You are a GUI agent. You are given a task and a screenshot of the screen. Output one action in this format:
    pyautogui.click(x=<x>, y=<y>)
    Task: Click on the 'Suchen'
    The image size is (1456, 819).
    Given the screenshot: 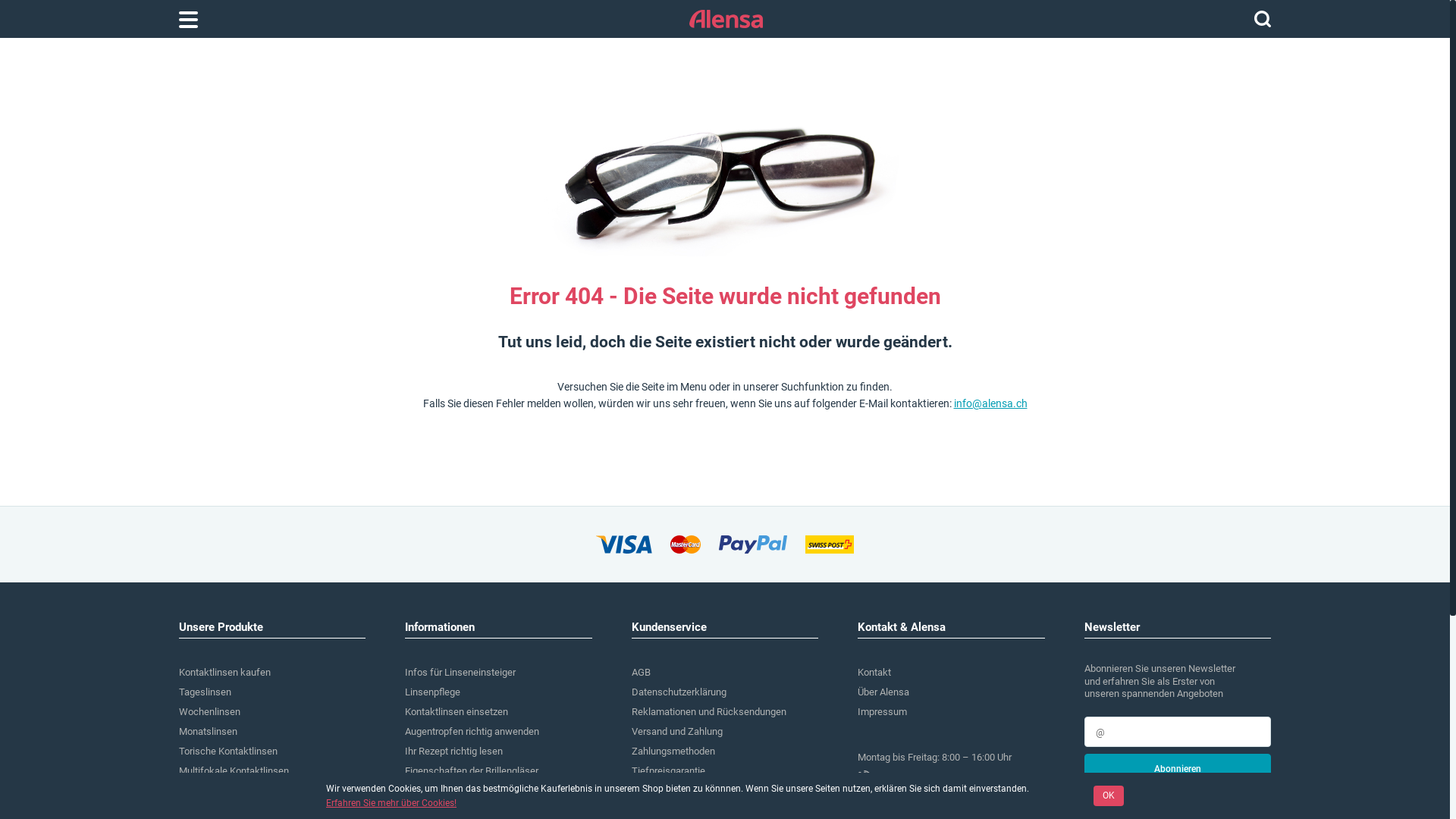 What is the action you would take?
    pyautogui.click(x=1263, y=18)
    